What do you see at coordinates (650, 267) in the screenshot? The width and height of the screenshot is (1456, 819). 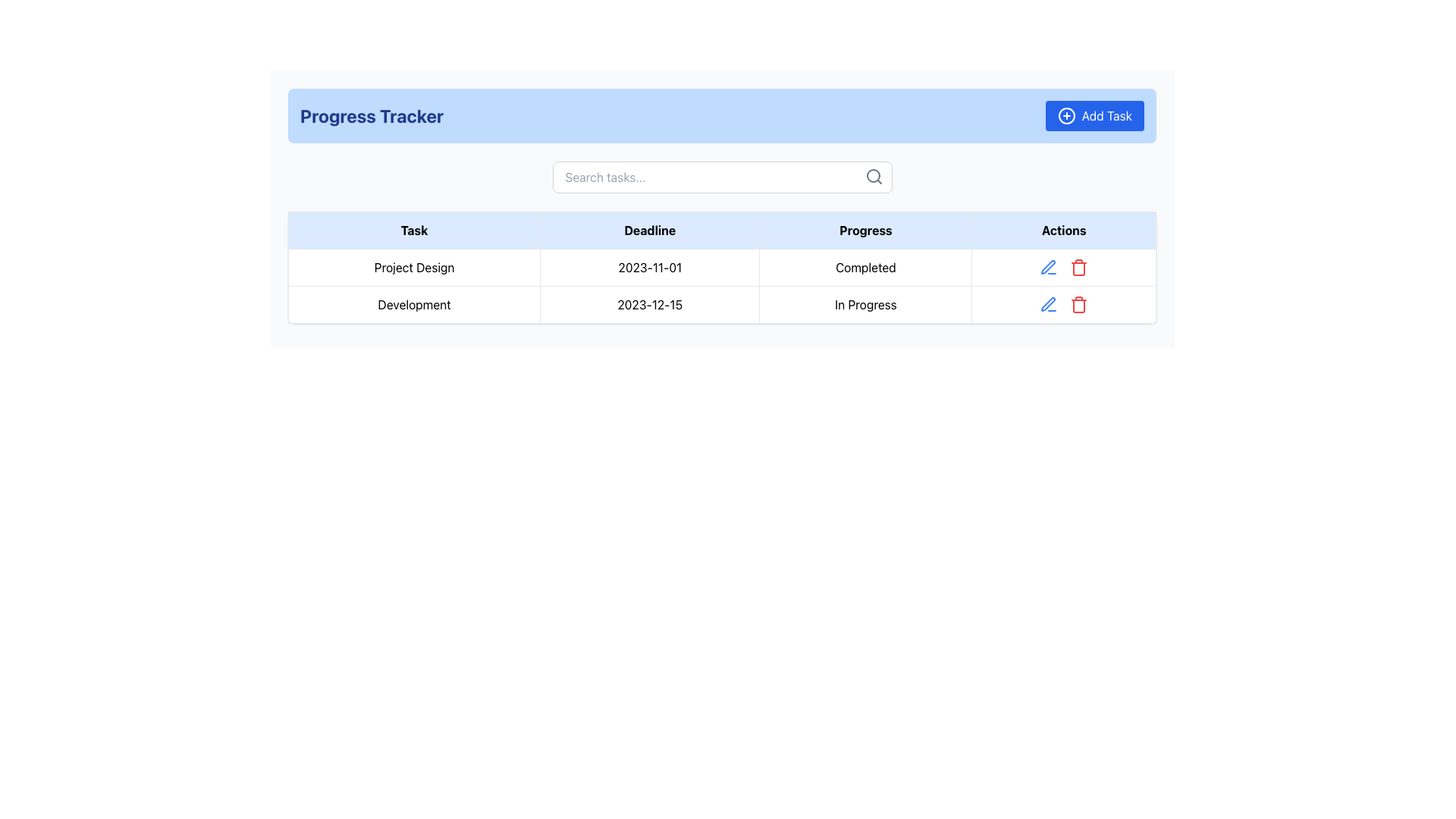 I see `the text element displaying '2023-11-01' located in the second column of the table row for 'Project Design'` at bounding box center [650, 267].